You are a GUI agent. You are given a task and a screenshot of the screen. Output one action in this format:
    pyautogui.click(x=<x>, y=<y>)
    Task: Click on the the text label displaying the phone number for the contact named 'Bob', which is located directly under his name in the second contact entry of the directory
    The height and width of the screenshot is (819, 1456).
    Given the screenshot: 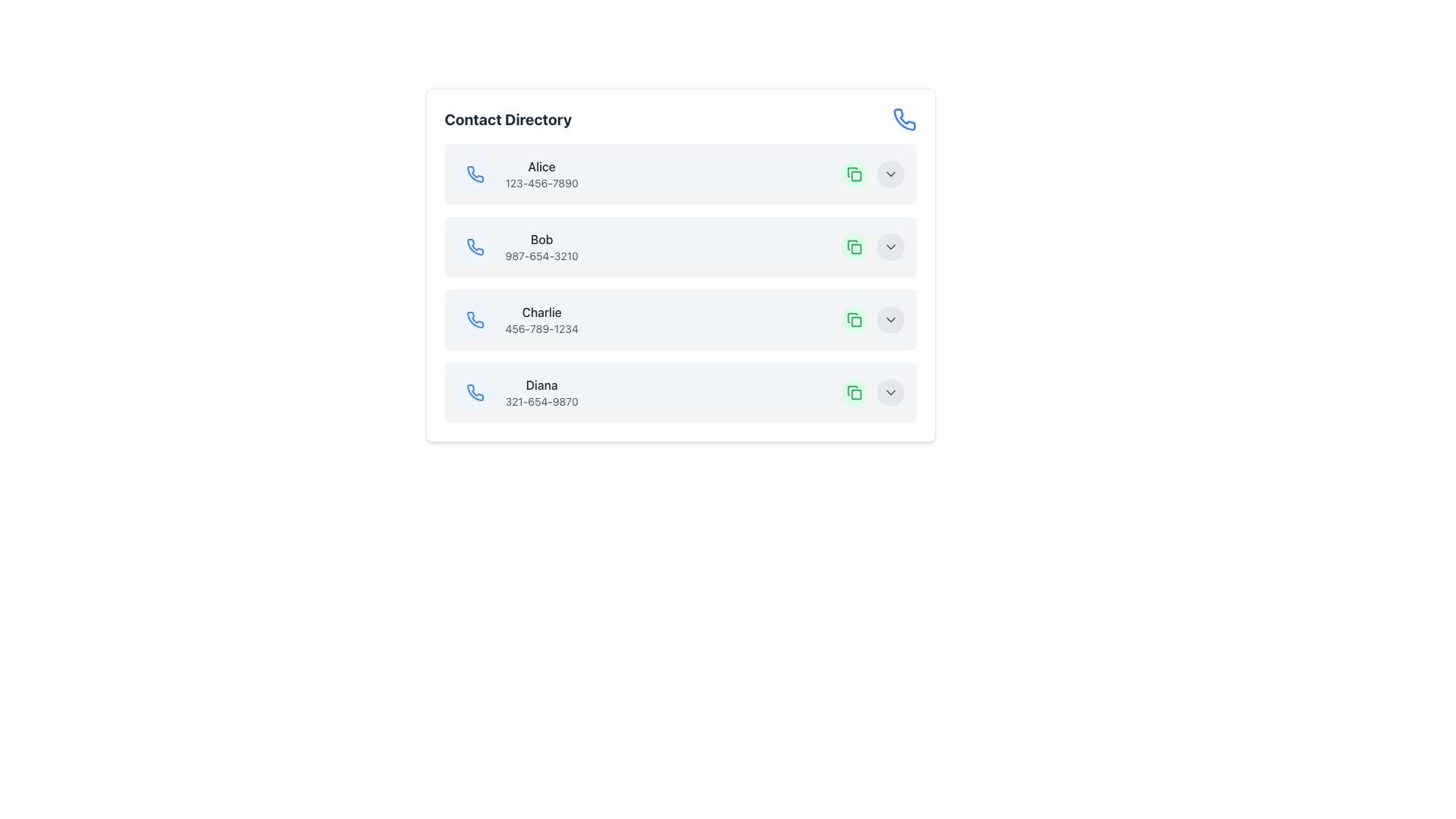 What is the action you would take?
    pyautogui.click(x=541, y=256)
    